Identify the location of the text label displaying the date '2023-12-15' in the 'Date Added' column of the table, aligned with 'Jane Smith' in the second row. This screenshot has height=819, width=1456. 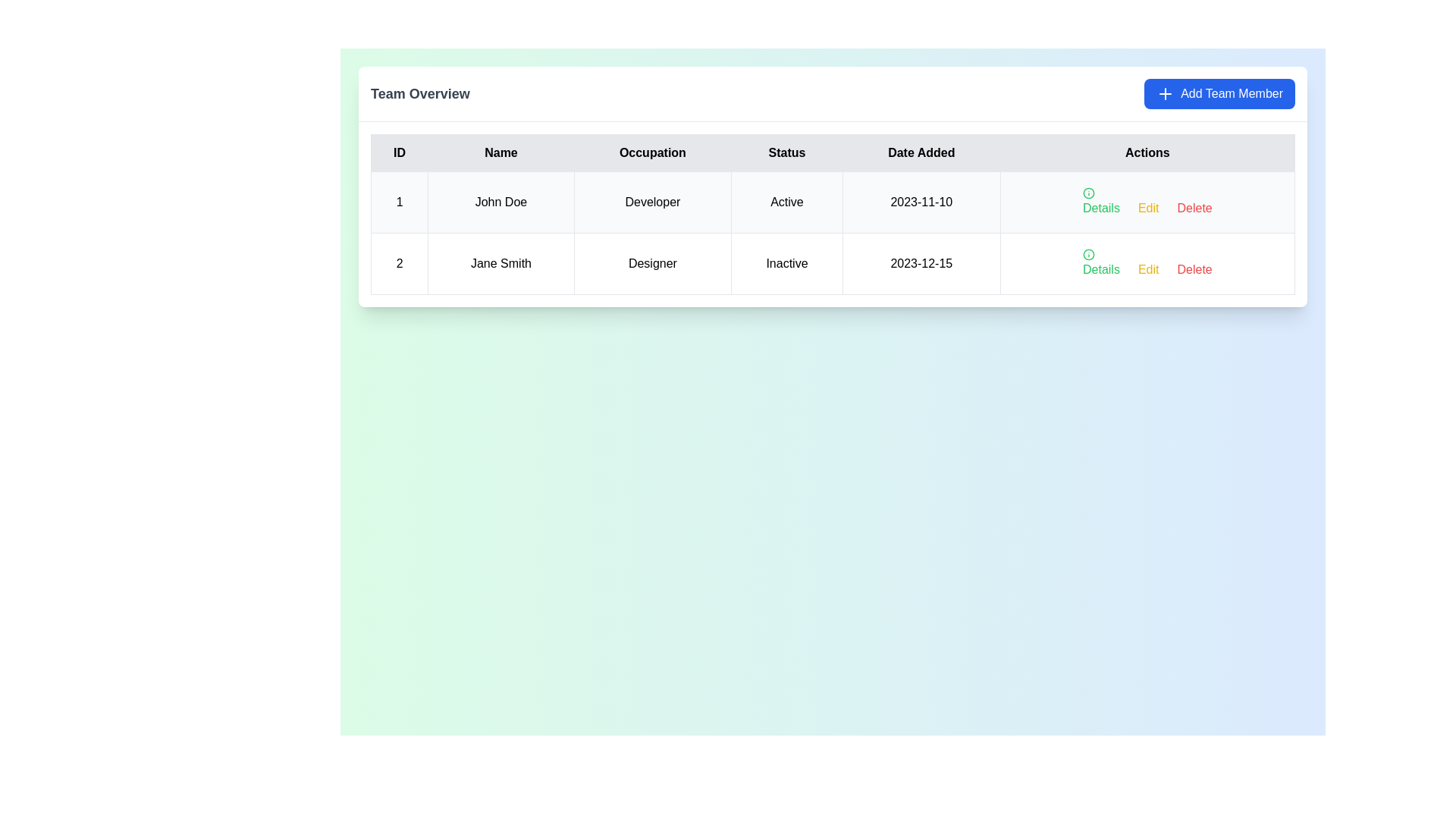
(921, 262).